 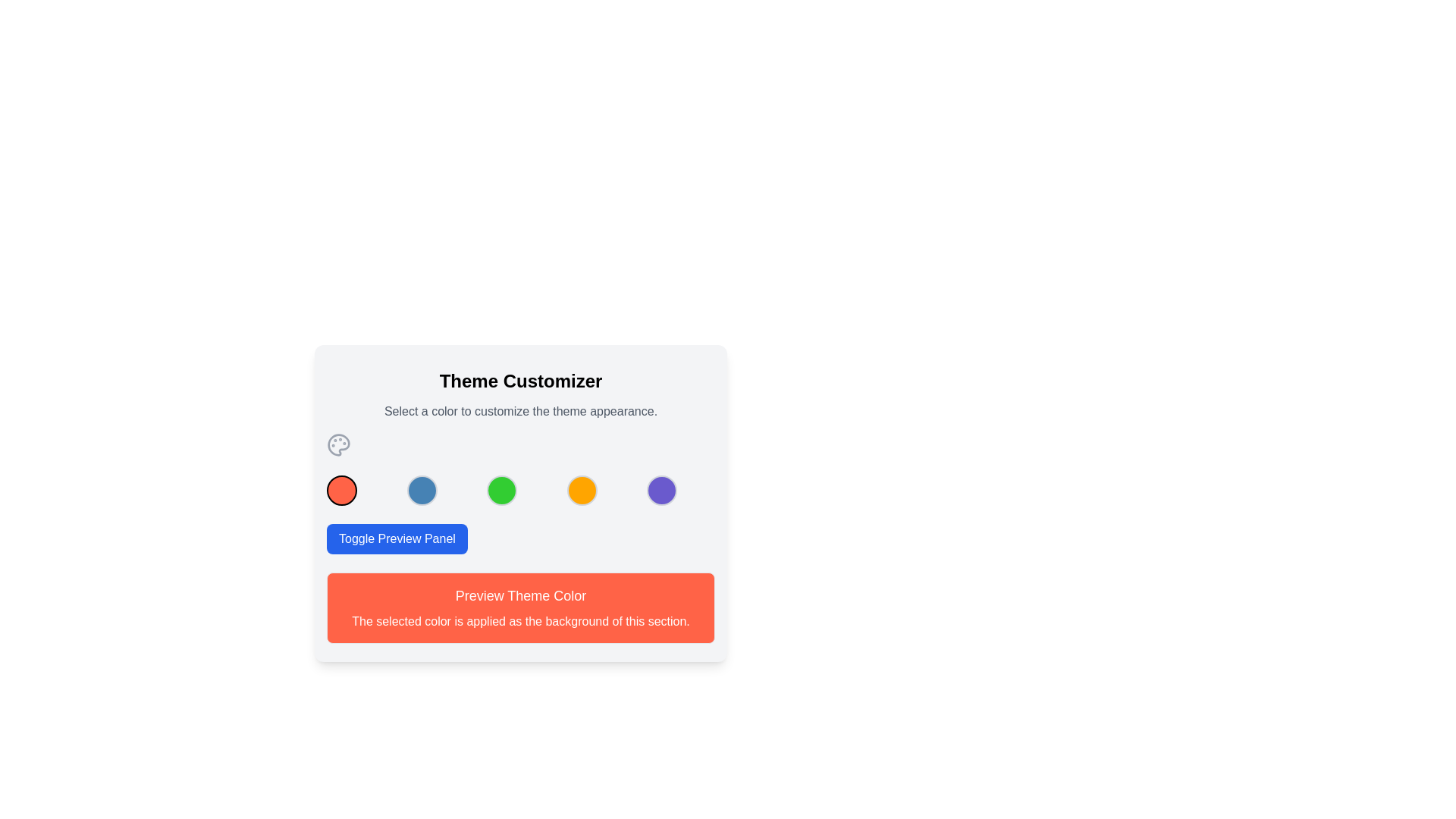 I want to click on the third circular button in the 'Theme Customizer' panel, so click(x=502, y=491).